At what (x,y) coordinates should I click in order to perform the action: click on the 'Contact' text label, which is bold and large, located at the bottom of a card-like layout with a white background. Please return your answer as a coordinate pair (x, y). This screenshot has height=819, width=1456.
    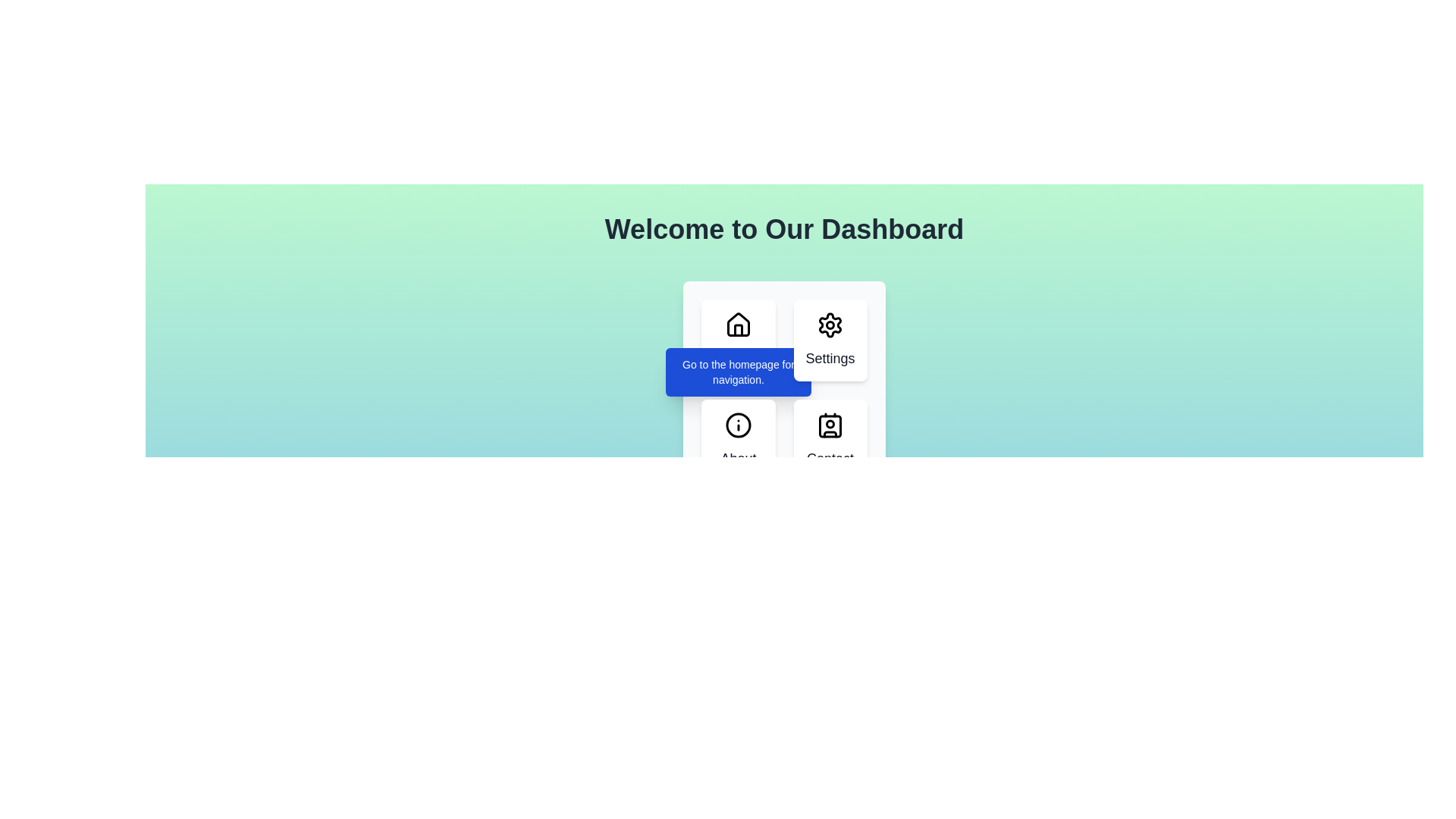
    Looking at the image, I should click on (829, 458).